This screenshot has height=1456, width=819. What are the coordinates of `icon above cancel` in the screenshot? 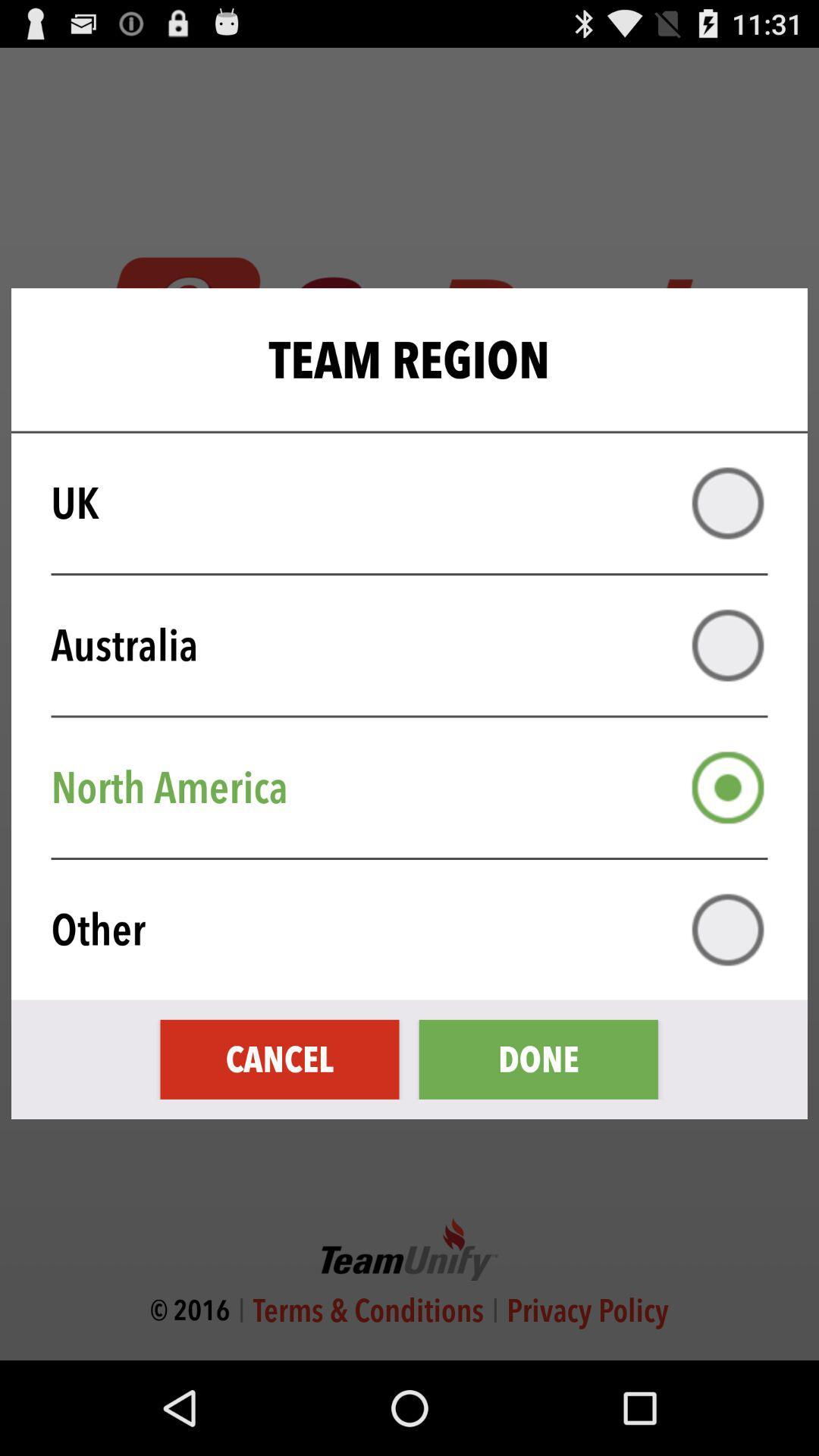 It's located at (419, 929).